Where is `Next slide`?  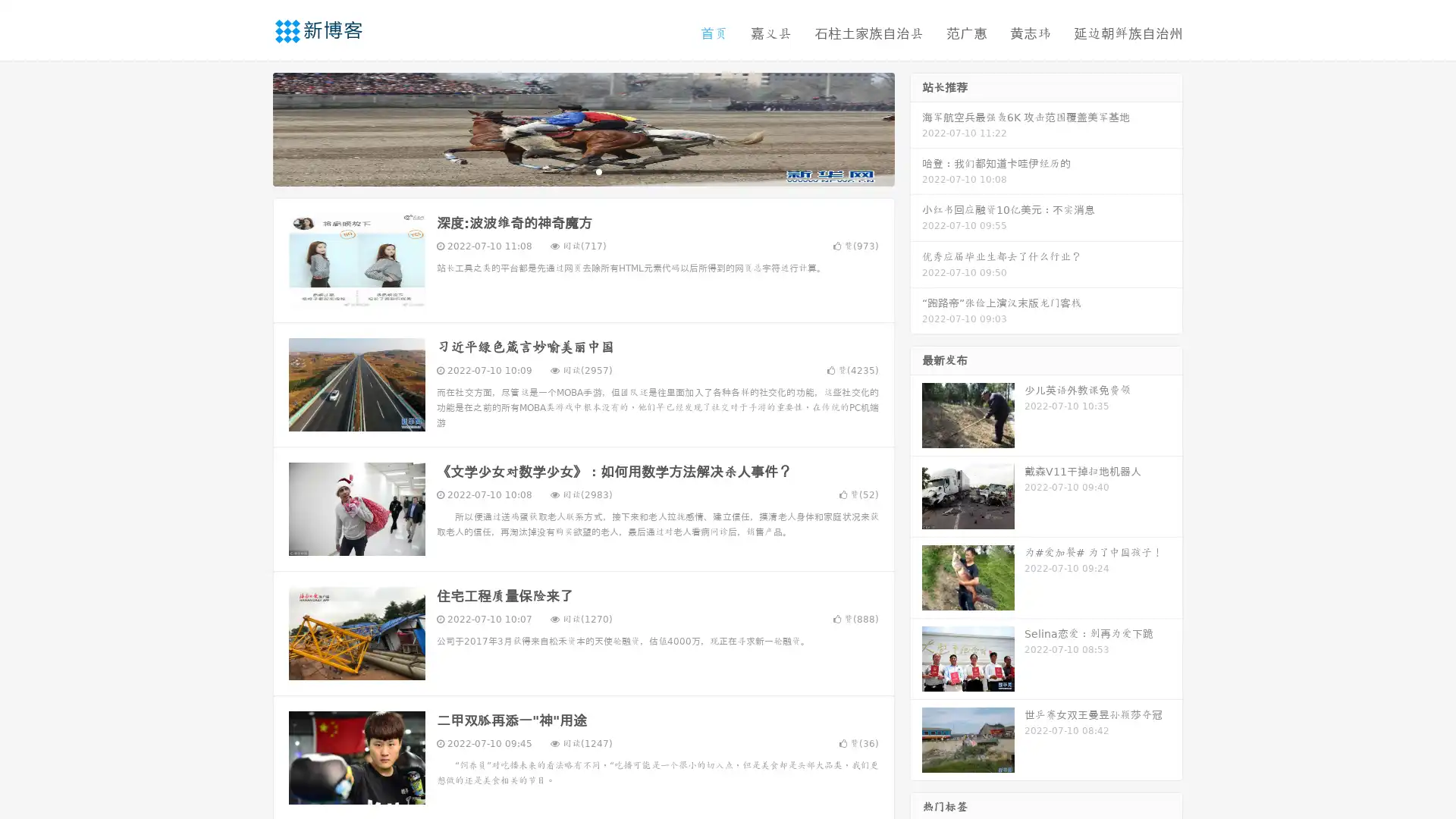
Next slide is located at coordinates (916, 127).